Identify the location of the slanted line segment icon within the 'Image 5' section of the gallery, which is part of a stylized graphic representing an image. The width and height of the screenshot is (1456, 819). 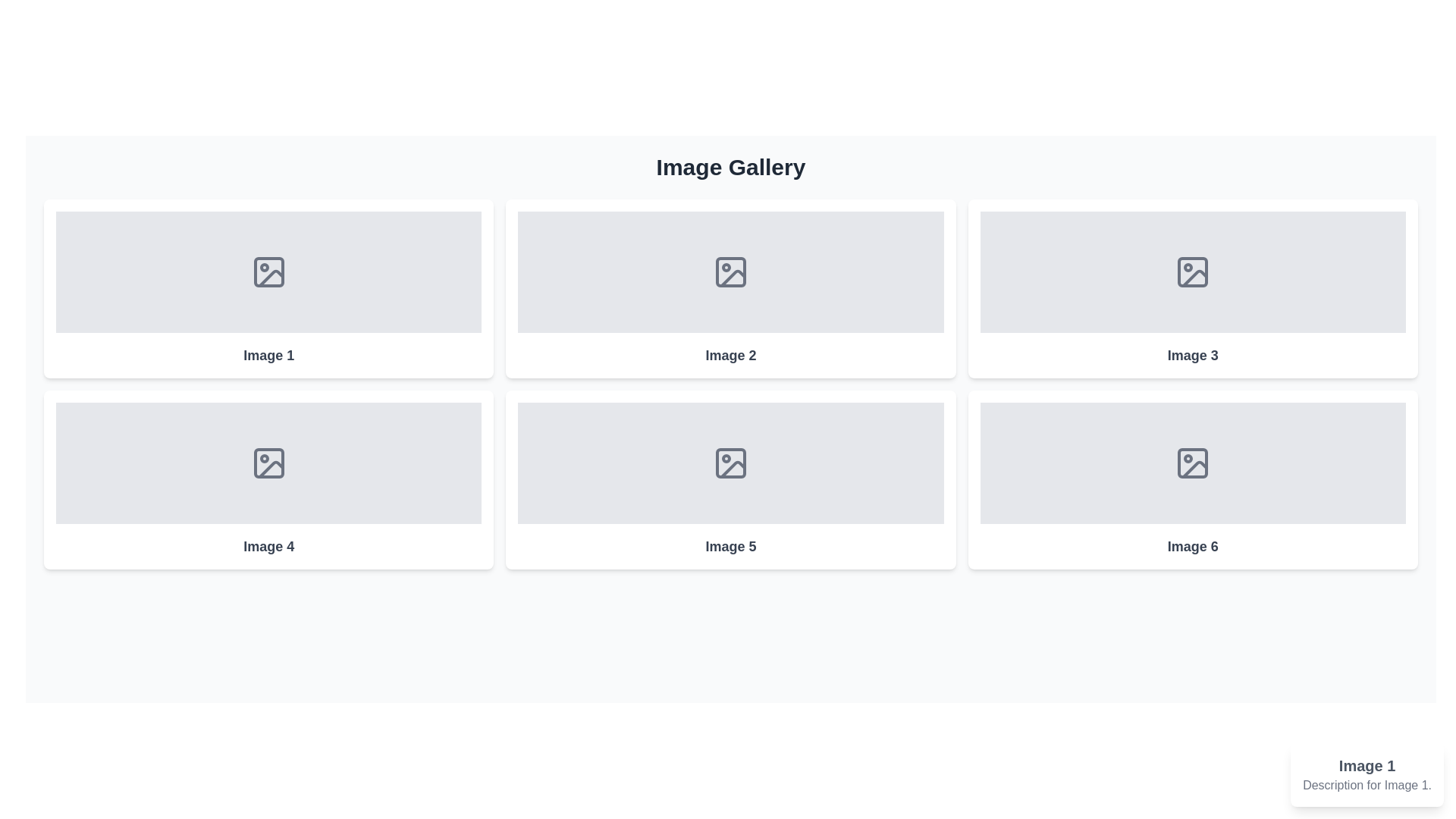
(733, 469).